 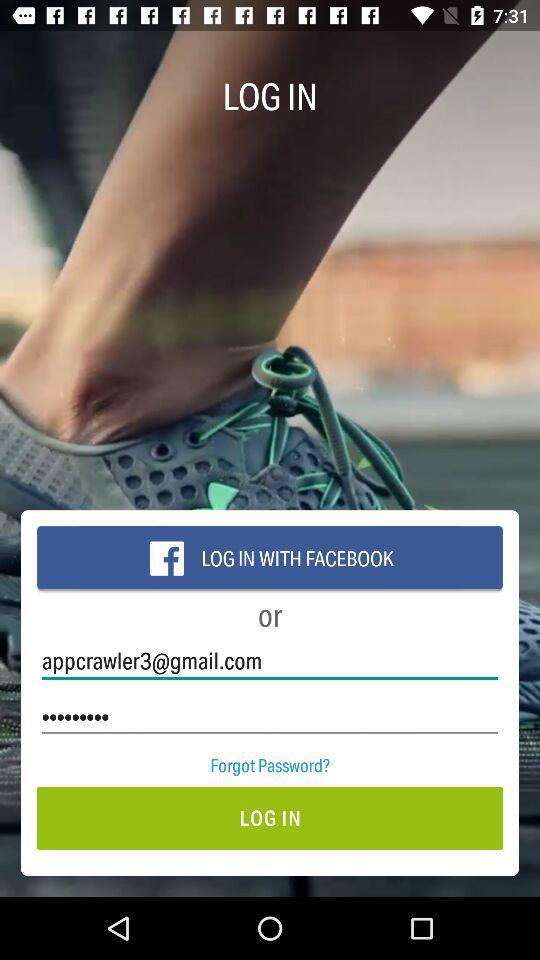 What do you see at coordinates (270, 764) in the screenshot?
I see `the forgot password? item` at bounding box center [270, 764].